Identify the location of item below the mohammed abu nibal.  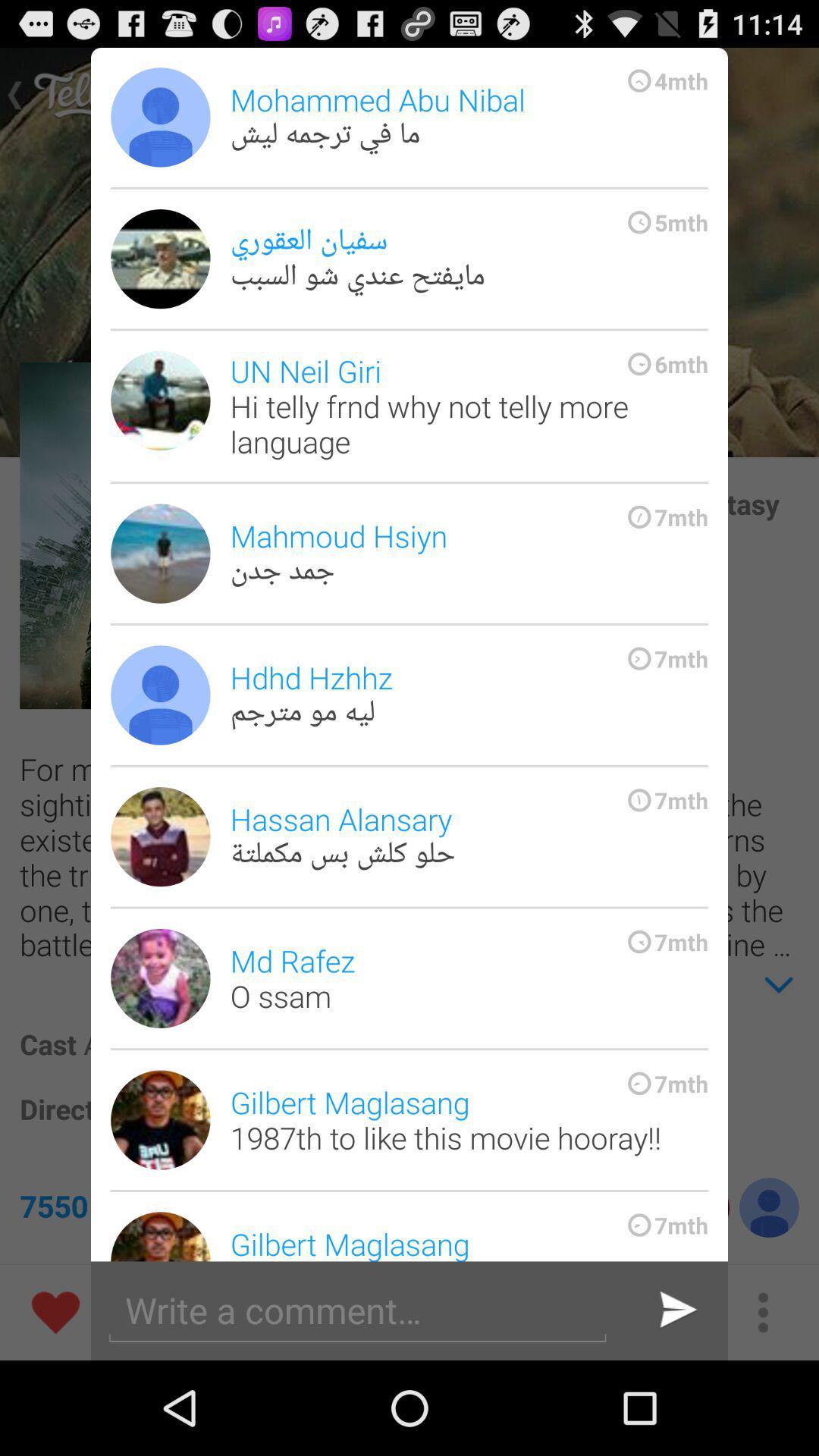
(468, 259).